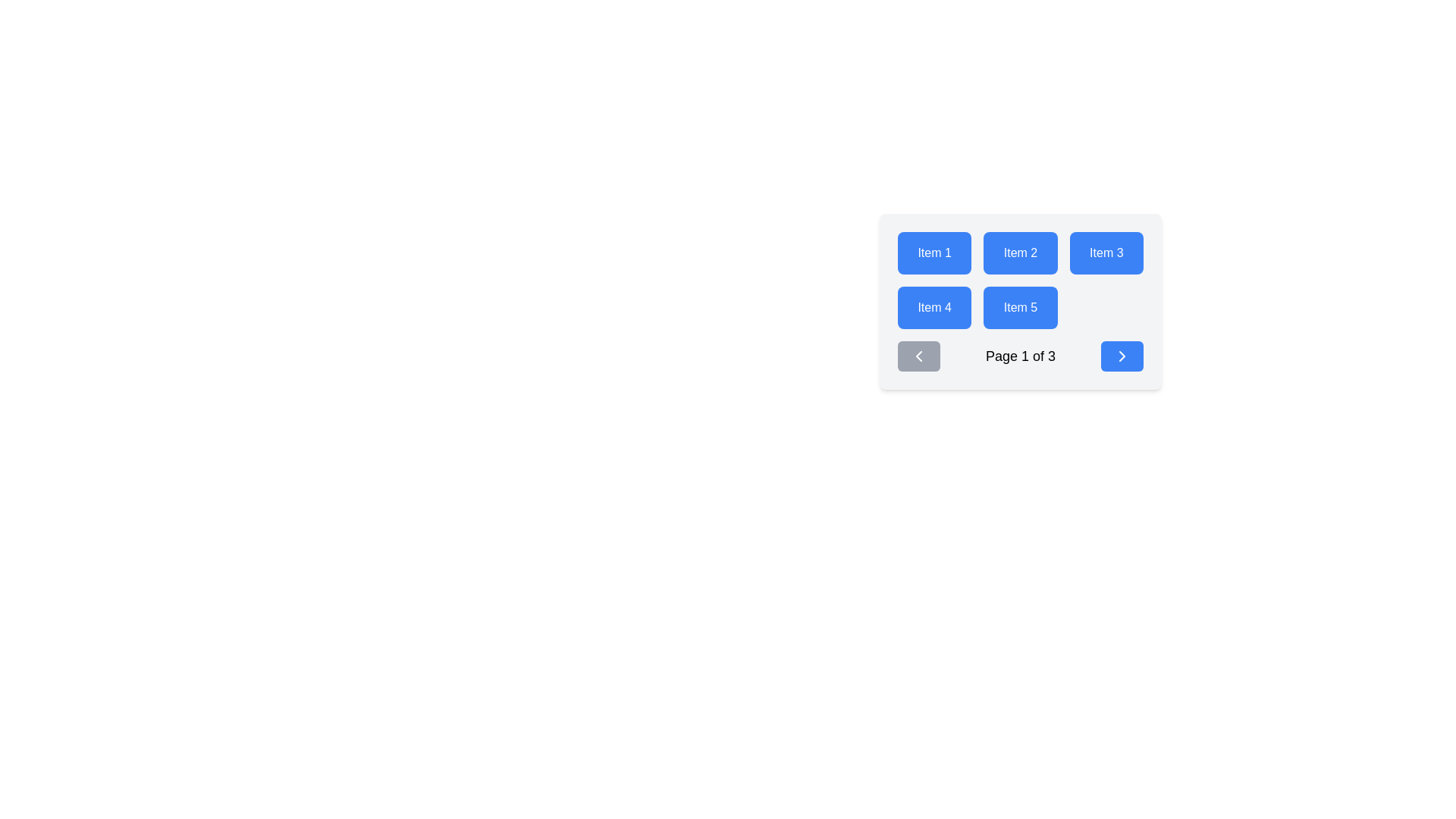  I want to click on the selectable button labeled 'Item 5' located in the second row and second column of the grid layout, so click(1020, 307).